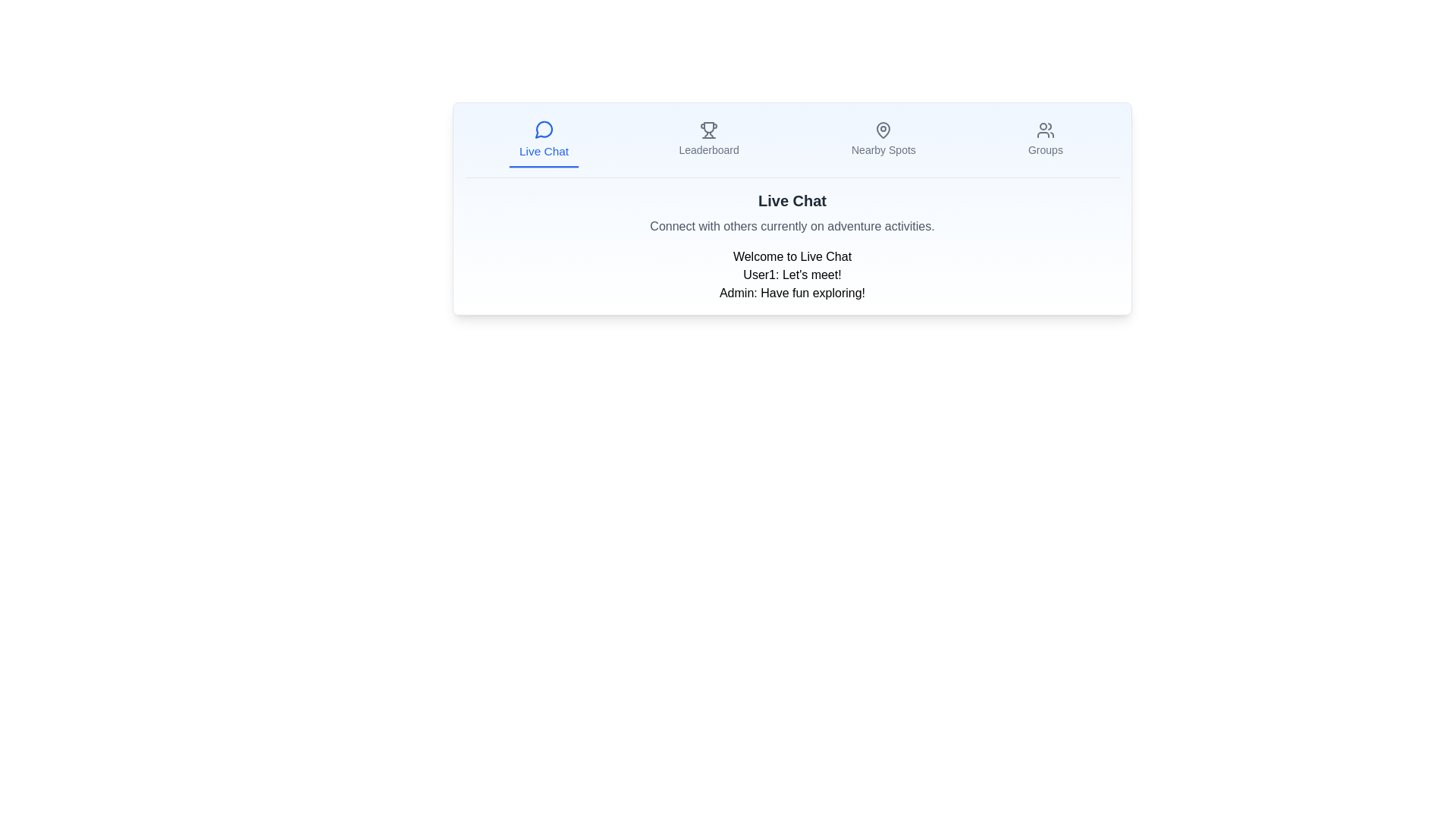 Image resolution: width=1456 pixels, height=819 pixels. Describe the element at coordinates (883, 140) in the screenshot. I see `the Navigation item labeled 'Nearby Spots', which features a map pin icon and is positioned third in the horizontal navigation bar` at that location.